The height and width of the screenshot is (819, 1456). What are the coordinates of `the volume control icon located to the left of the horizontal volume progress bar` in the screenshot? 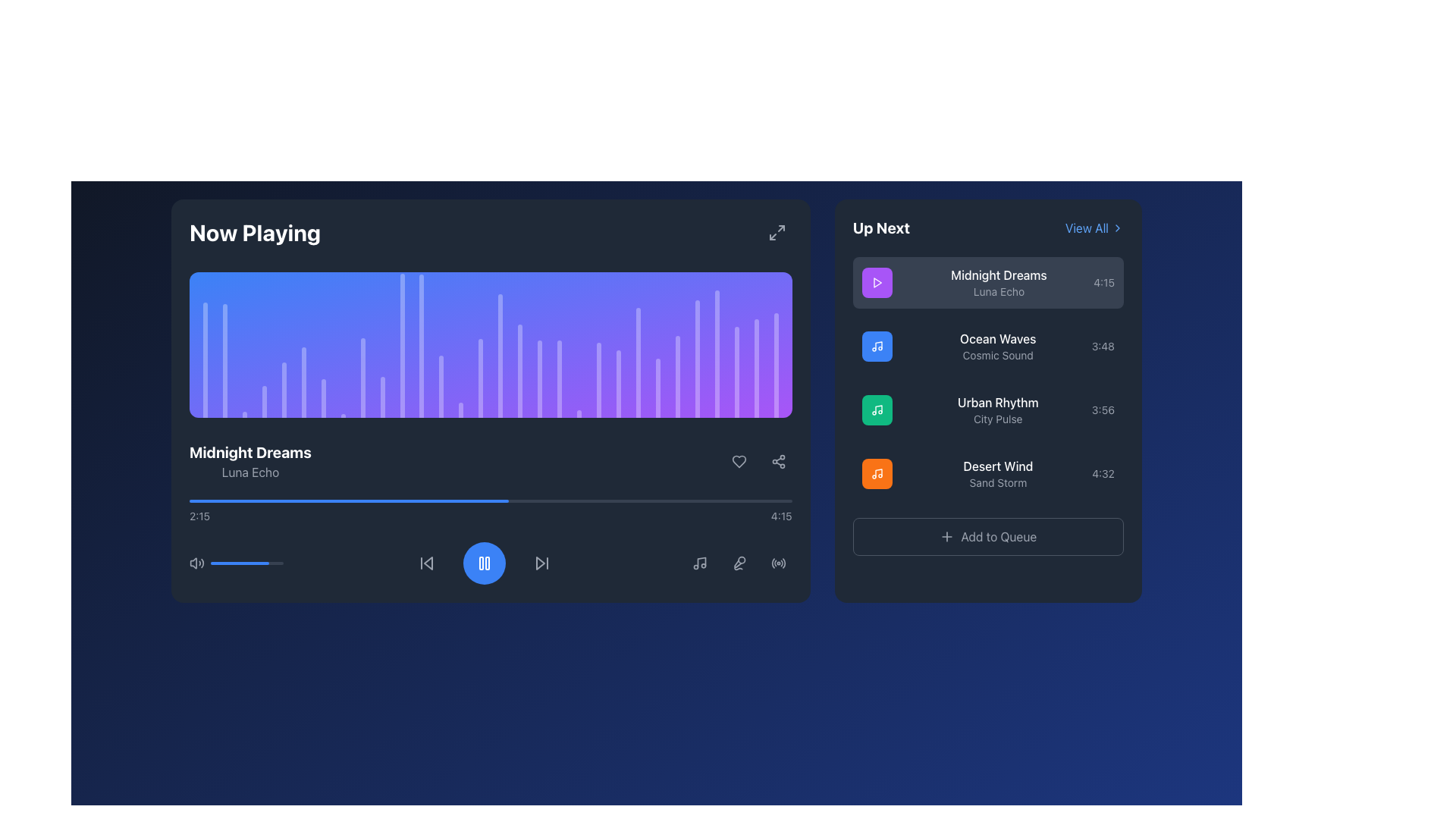 It's located at (196, 563).